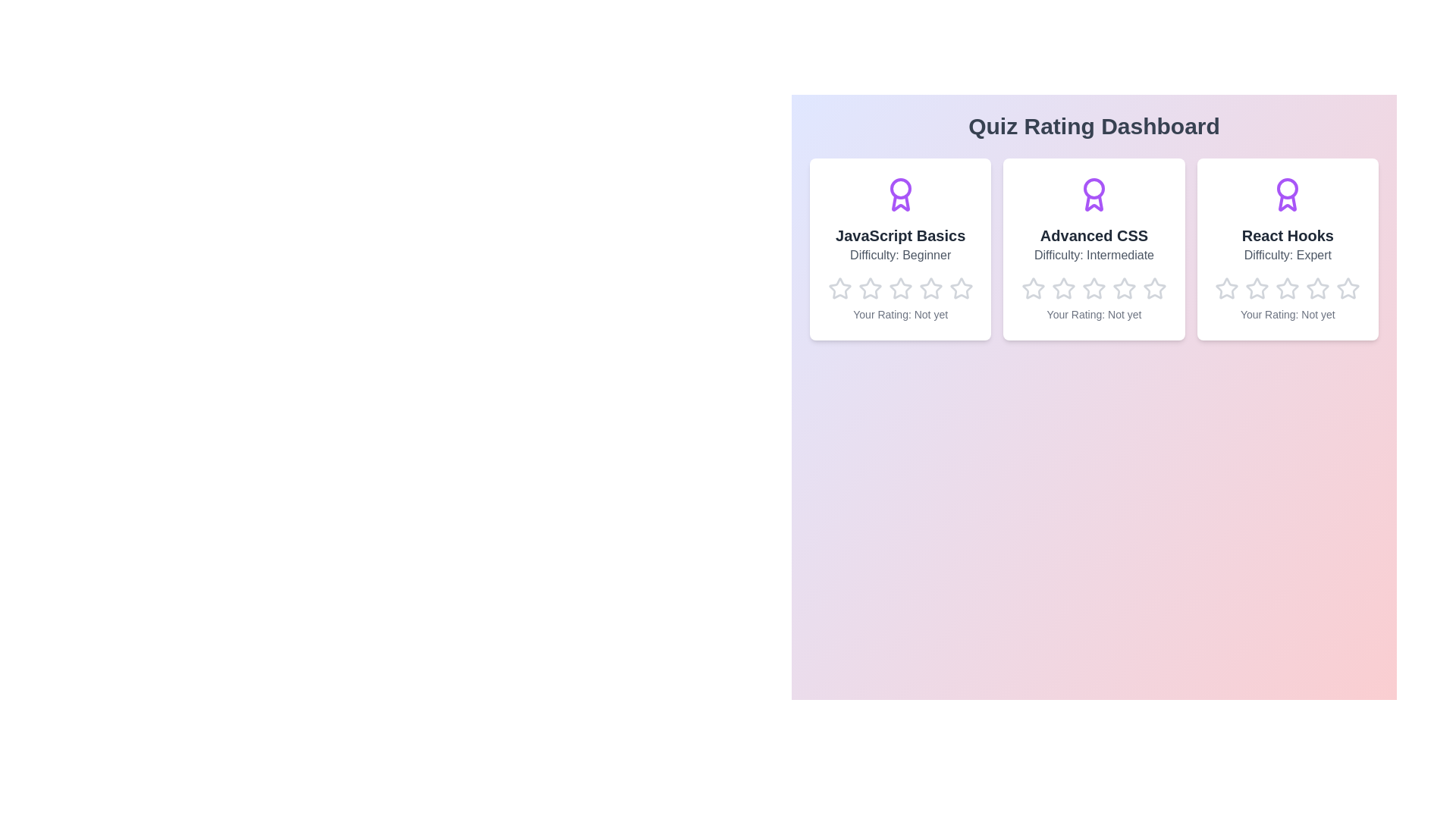 The height and width of the screenshot is (819, 1456). What do you see at coordinates (858, 277) in the screenshot?
I see `the star corresponding to the rating 2 for the quiz JavaScript Basics` at bounding box center [858, 277].